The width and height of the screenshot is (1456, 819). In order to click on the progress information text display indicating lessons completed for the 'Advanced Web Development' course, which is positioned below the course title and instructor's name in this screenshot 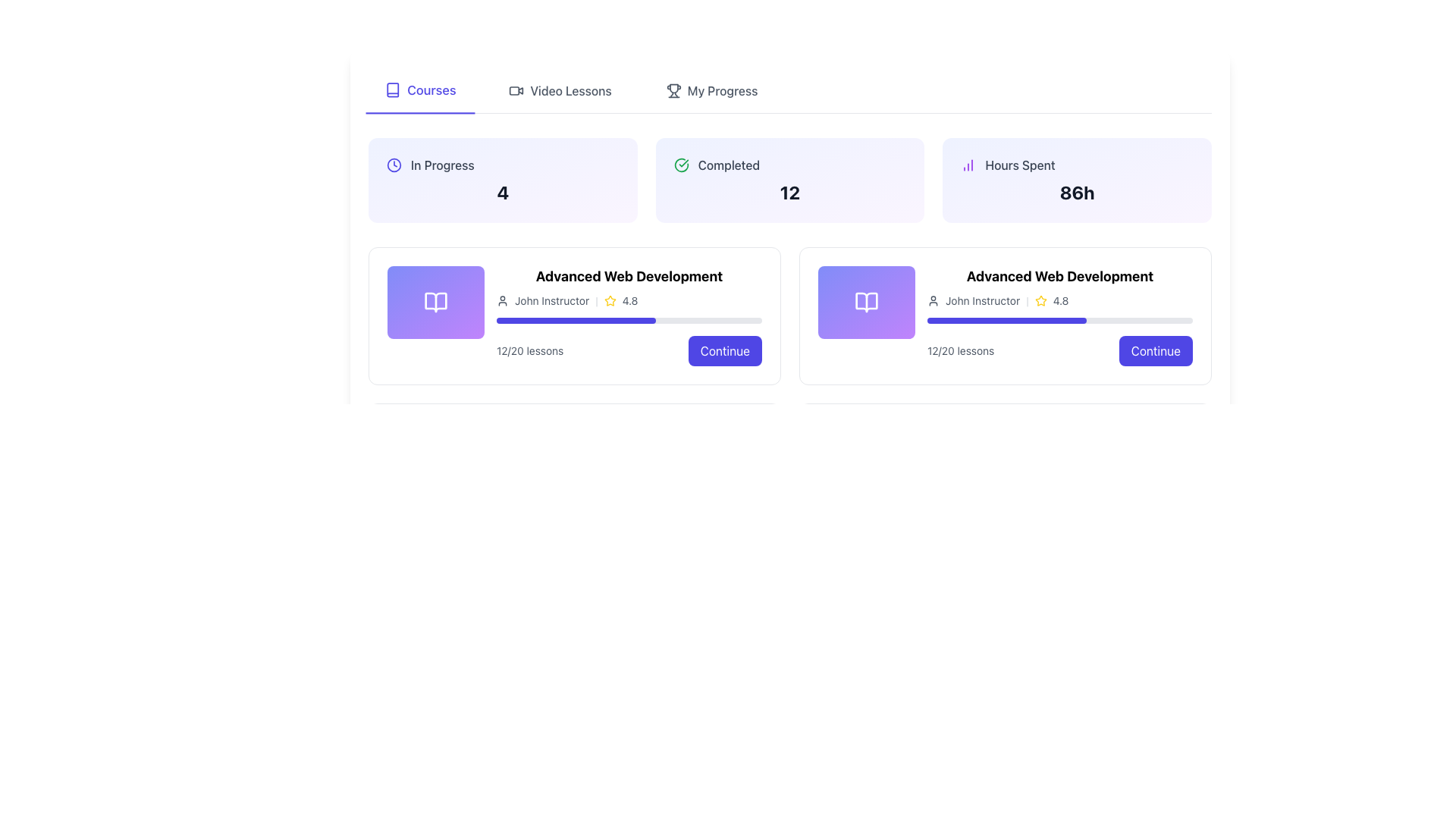, I will do `click(530, 350)`.